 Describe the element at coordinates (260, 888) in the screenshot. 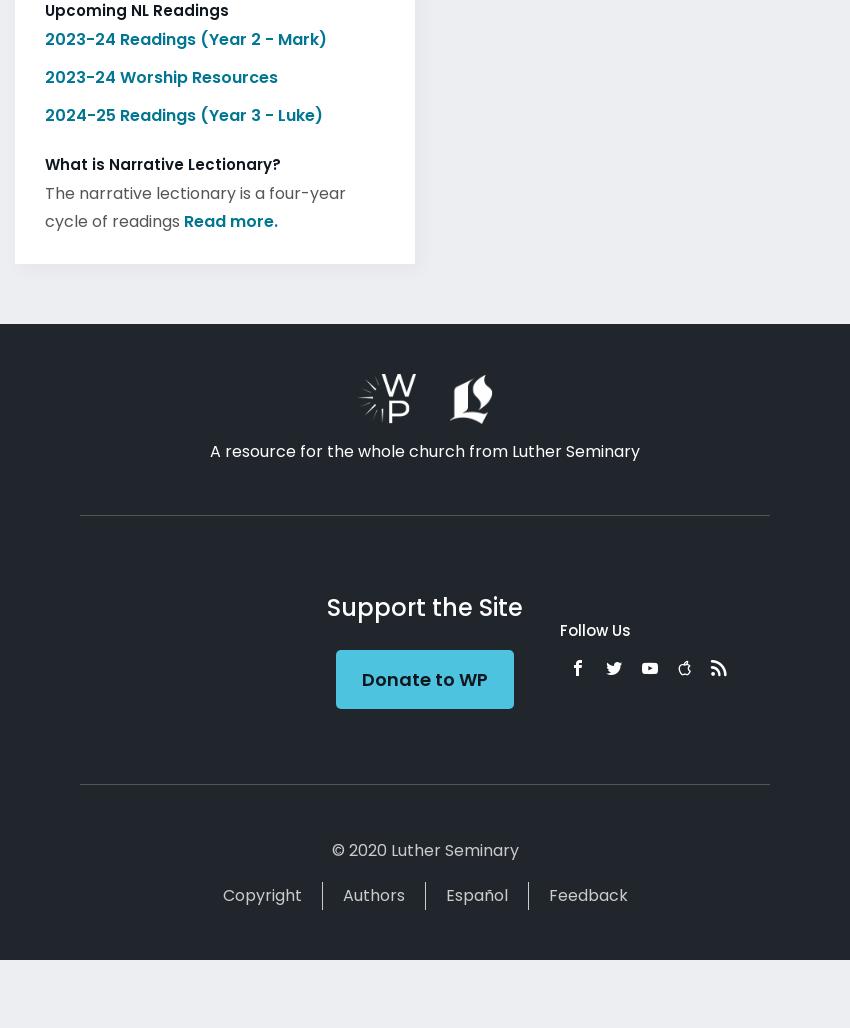

I see `'Copyright'` at that location.